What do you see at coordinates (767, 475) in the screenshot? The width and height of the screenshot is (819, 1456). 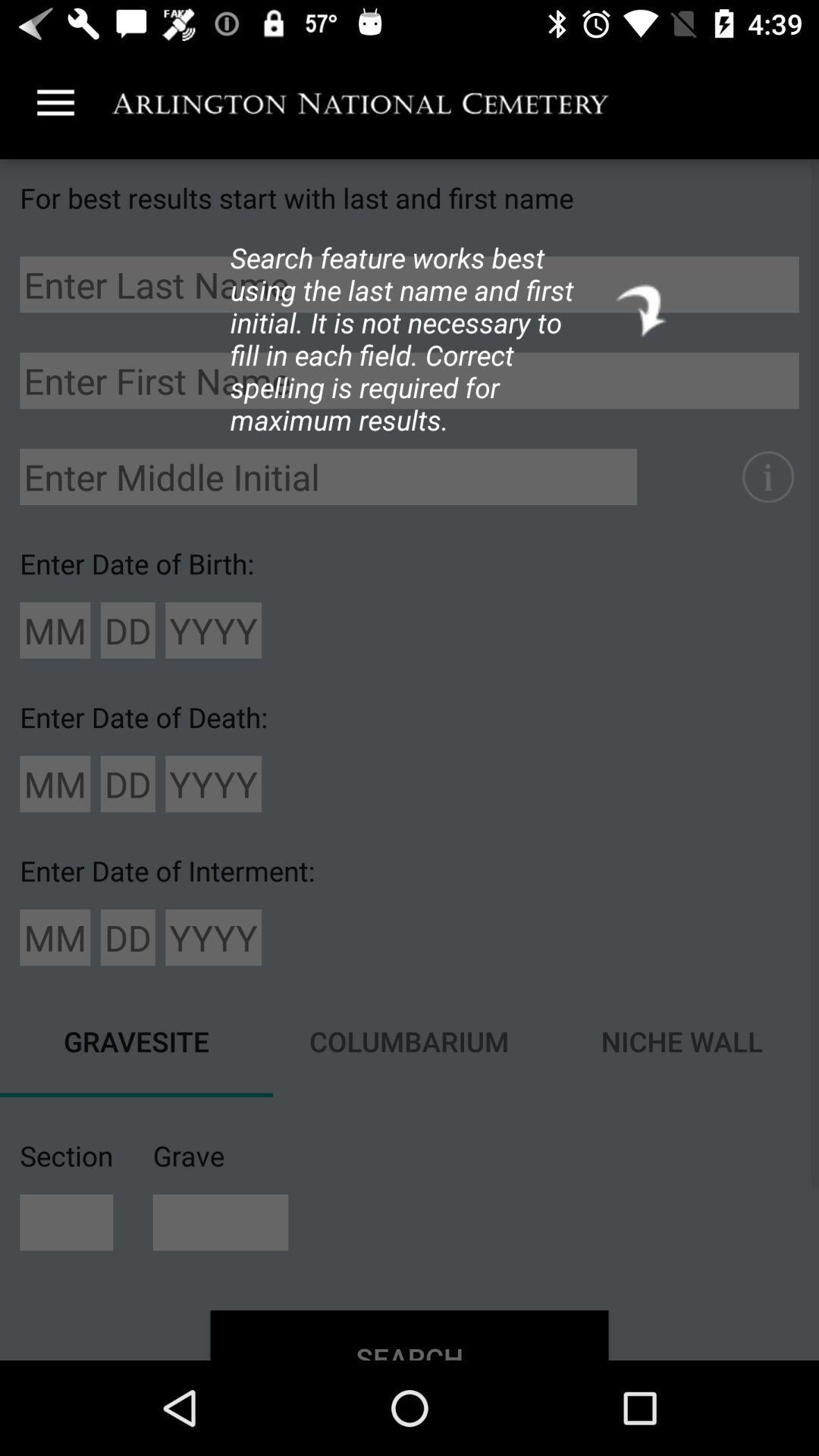 I see `the info icon` at bounding box center [767, 475].